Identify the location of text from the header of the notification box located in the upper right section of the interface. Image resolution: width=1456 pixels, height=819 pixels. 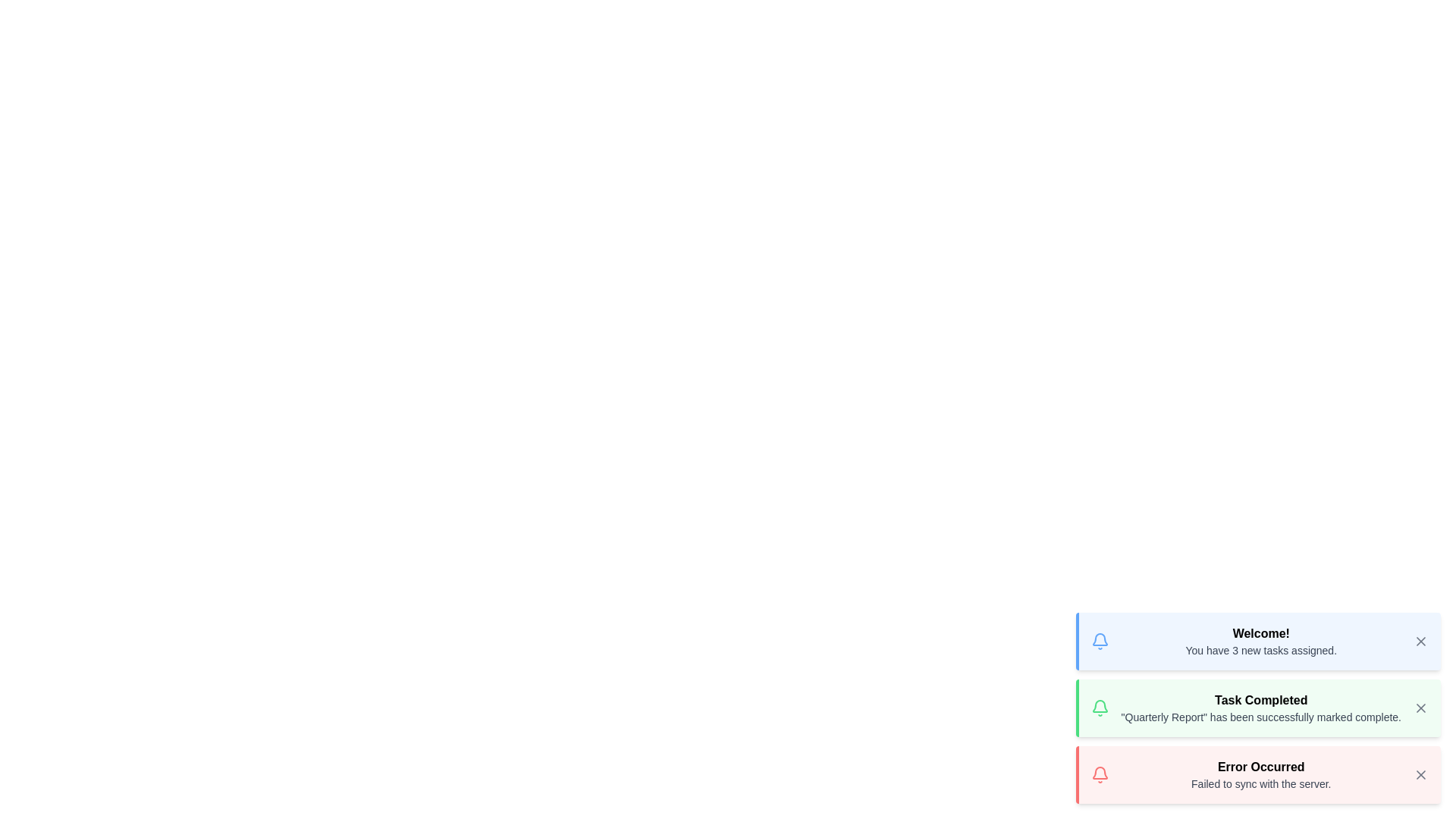
(1261, 634).